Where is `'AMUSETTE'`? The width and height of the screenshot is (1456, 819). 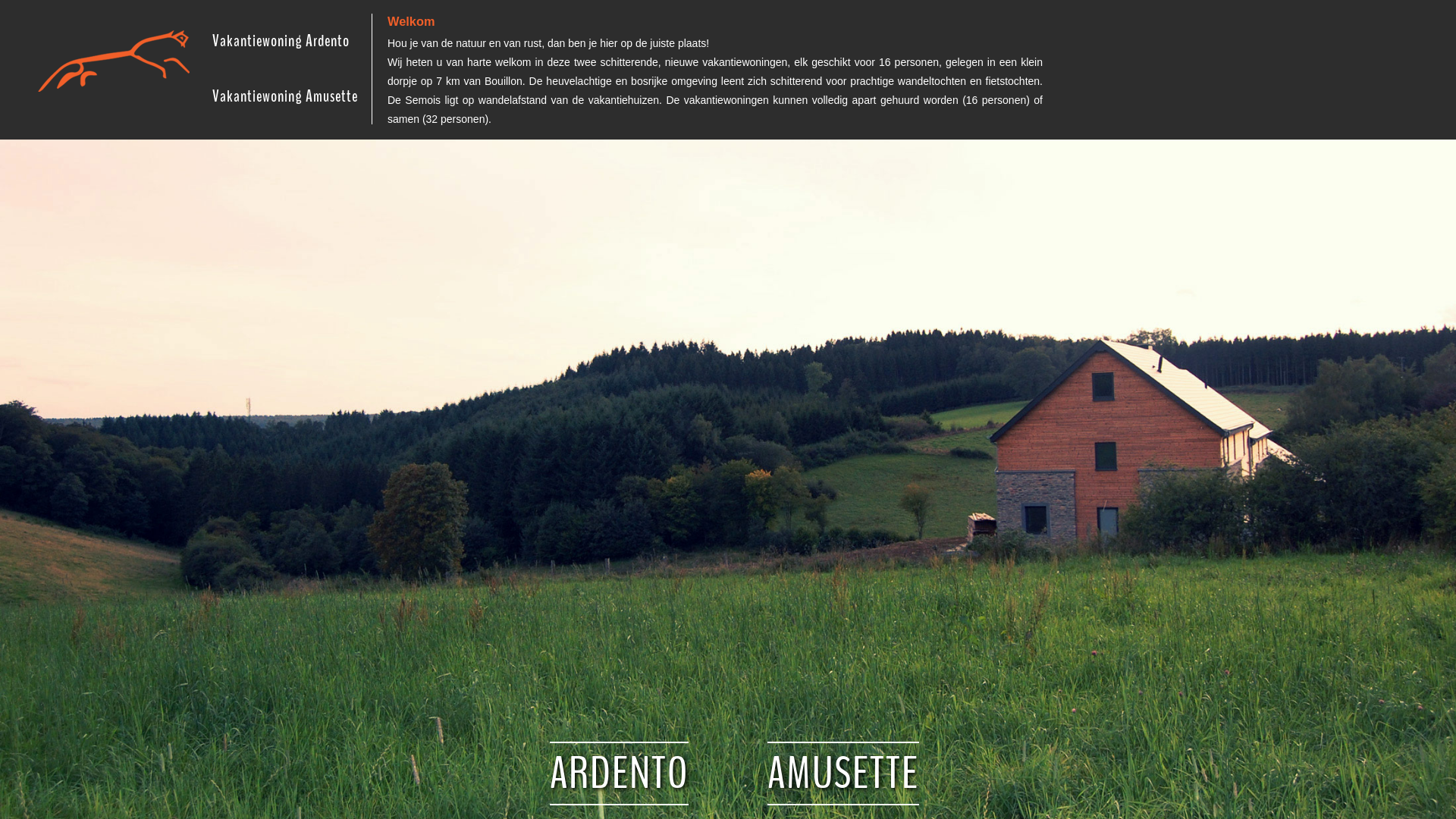
'AMUSETTE' is located at coordinates (843, 773).